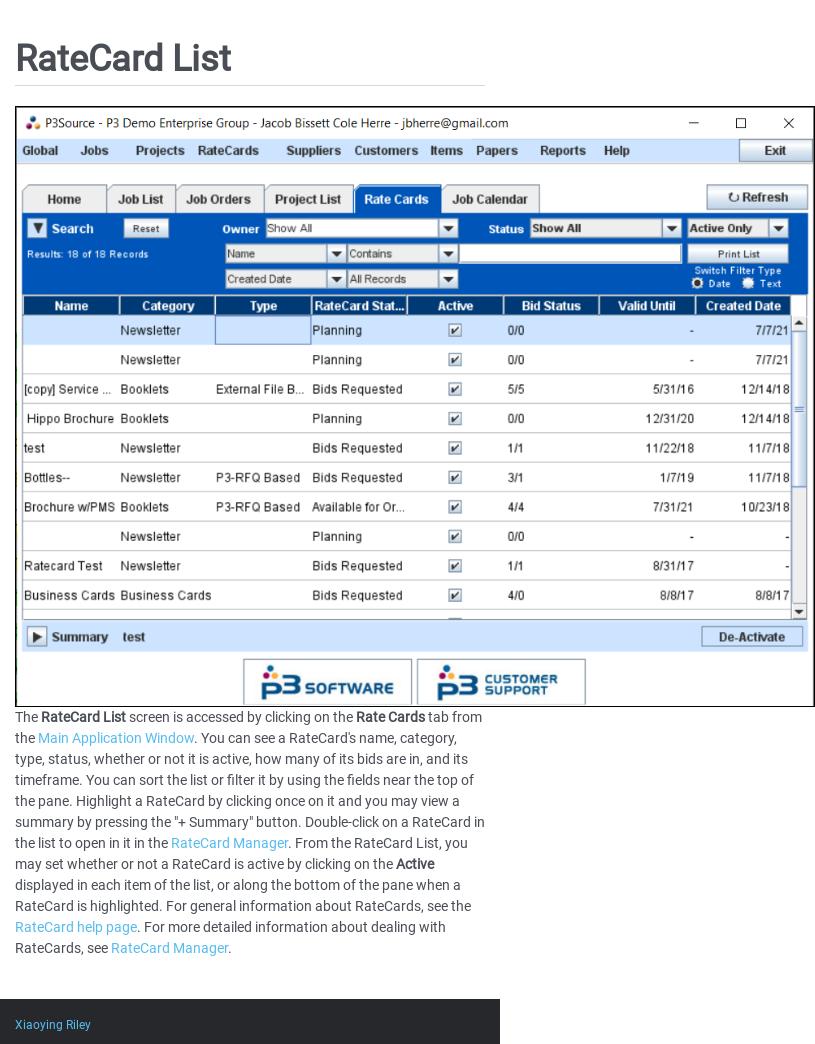 The width and height of the screenshot is (815, 1044). I want to click on '.', so click(229, 946).